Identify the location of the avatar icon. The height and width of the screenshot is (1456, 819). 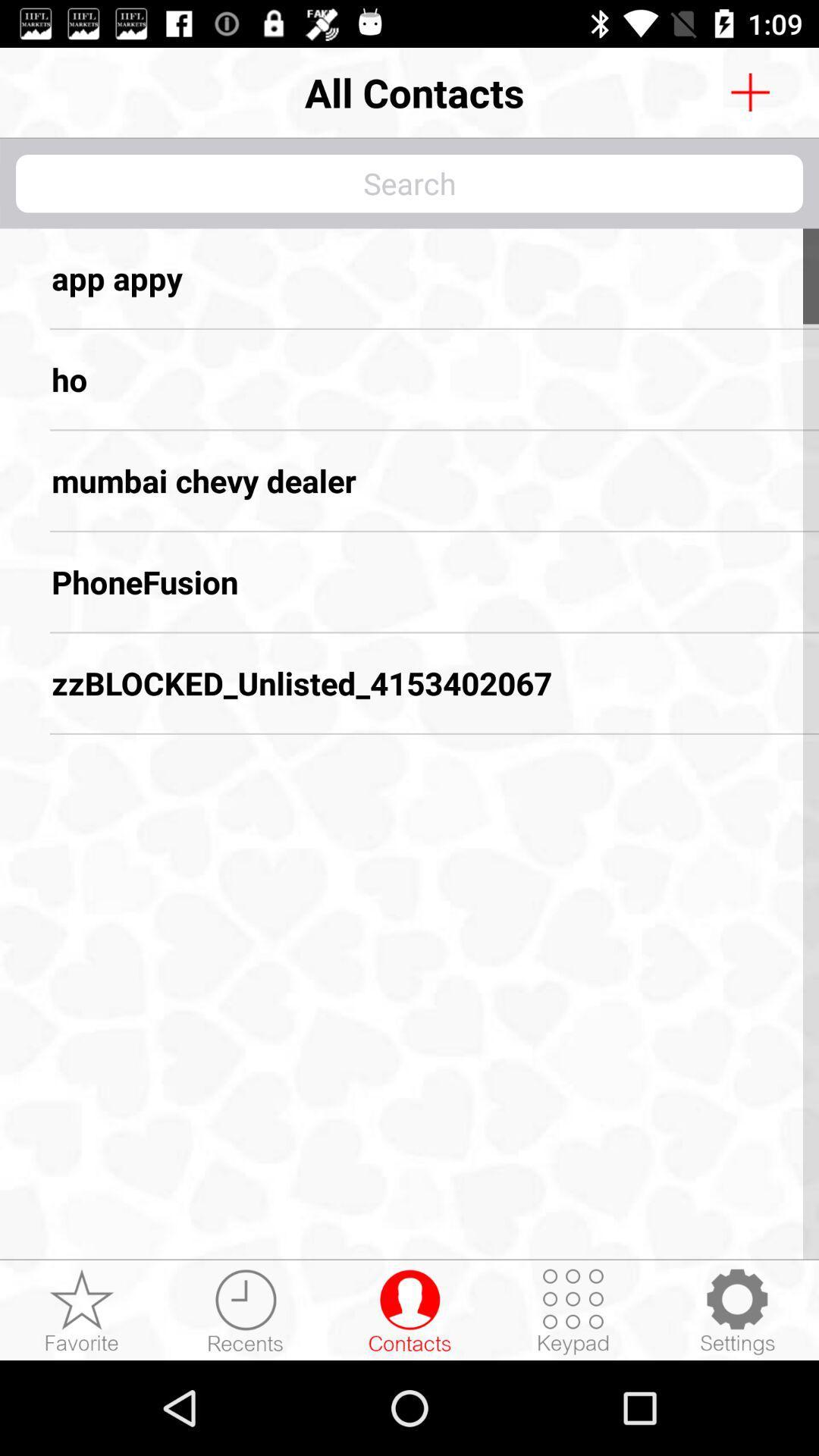
(409, 1310).